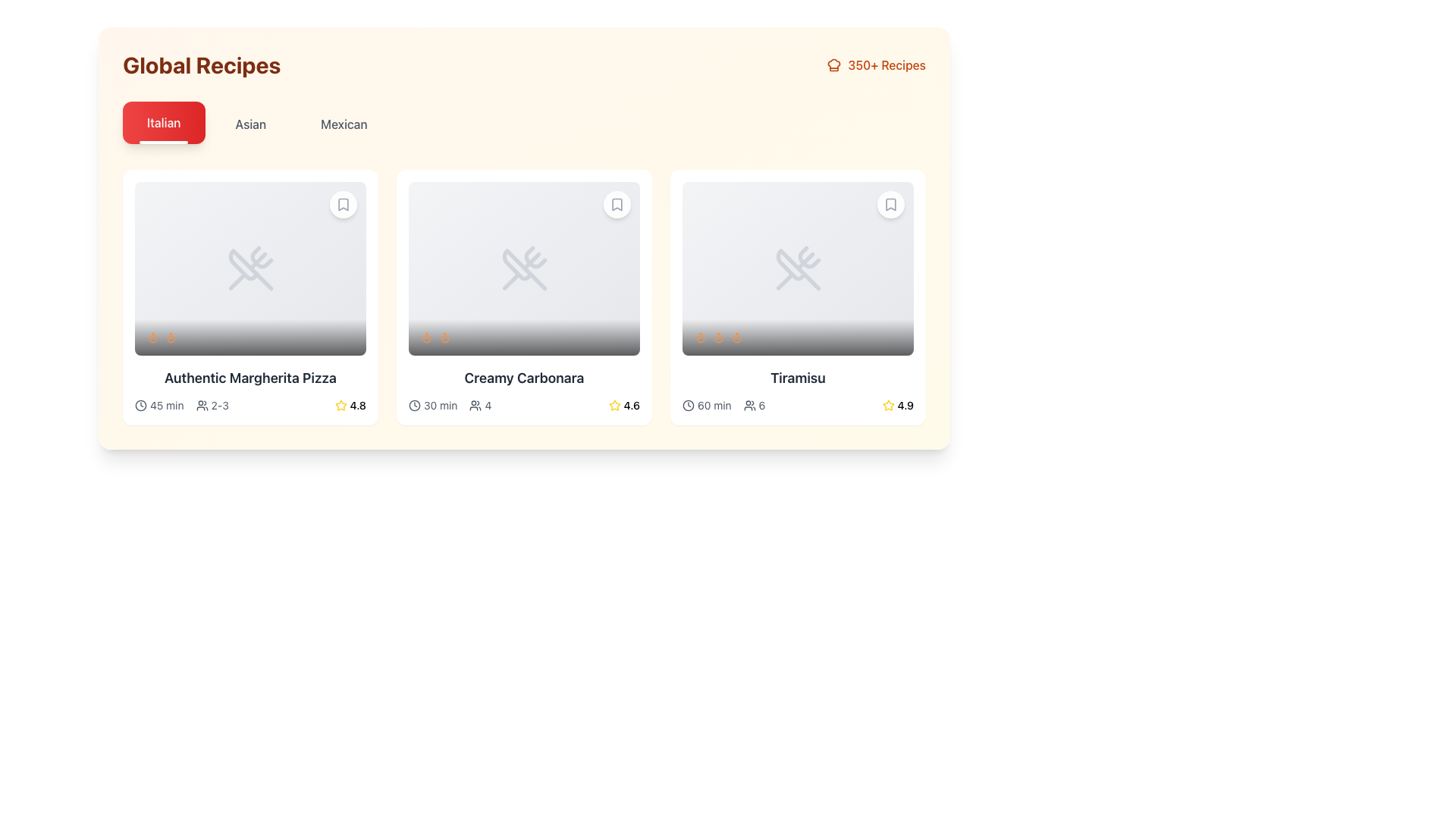 This screenshot has width=1456, height=819. What do you see at coordinates (524, 336) in the screenshot?
I see `the content of the flame icon group located at the bottom of the middle recipe card, which is visually represented by vibrant orange flame icons aligned side-by-side` at bounding box center [524, 336].